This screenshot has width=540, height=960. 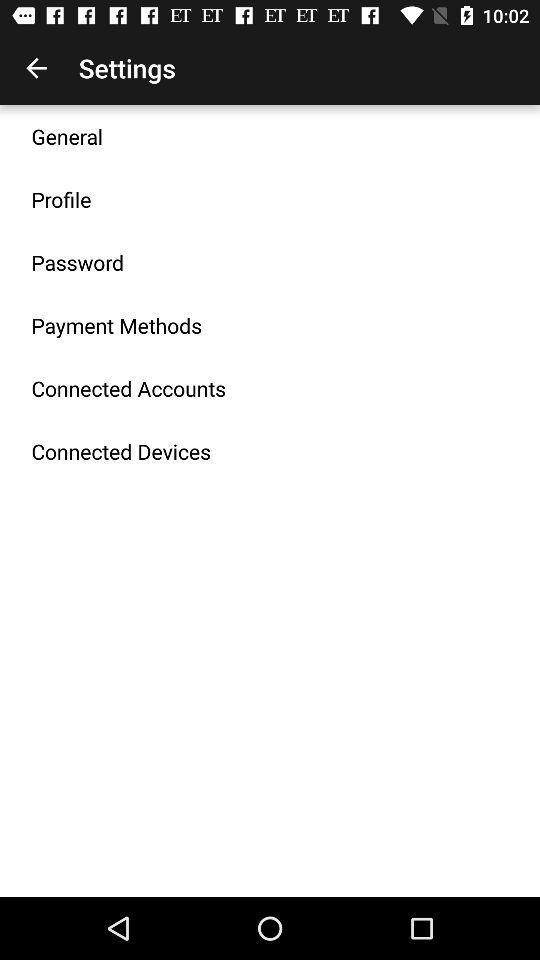 What do you see at coordinates (121, 451) in the screenshot?
I see `the connected devices item` at bounding box center [121, 451].